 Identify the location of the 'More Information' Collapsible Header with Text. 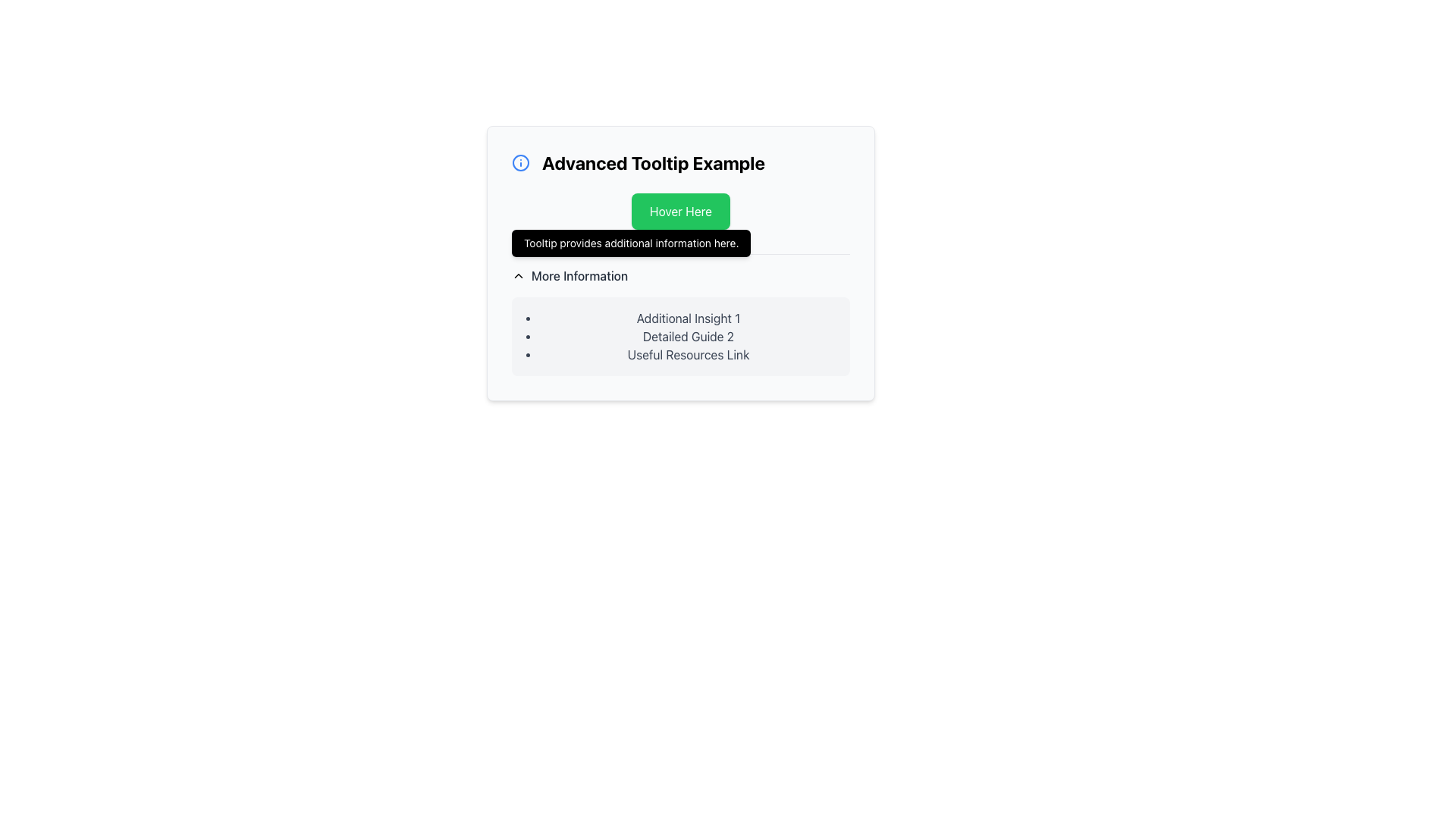
(569, 275).